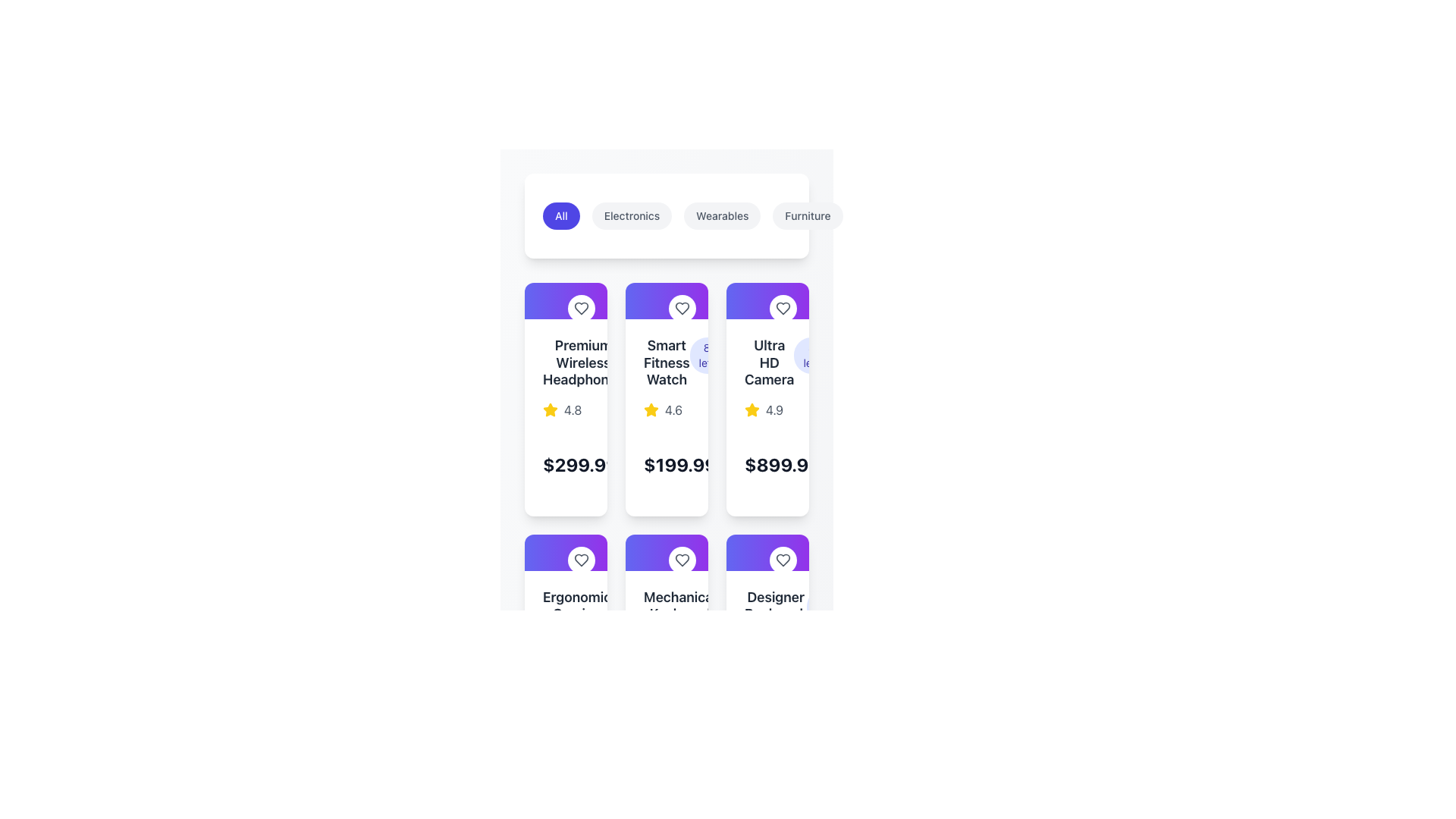 The image size is (1456, 819). Describe the element at coordinates (679, 604) in the screenshot. I see `the Text Label displaying 'Mechanical Keyboard' within the product card interface, positioned below the heart icon and above the '20 left' badge` at that location.